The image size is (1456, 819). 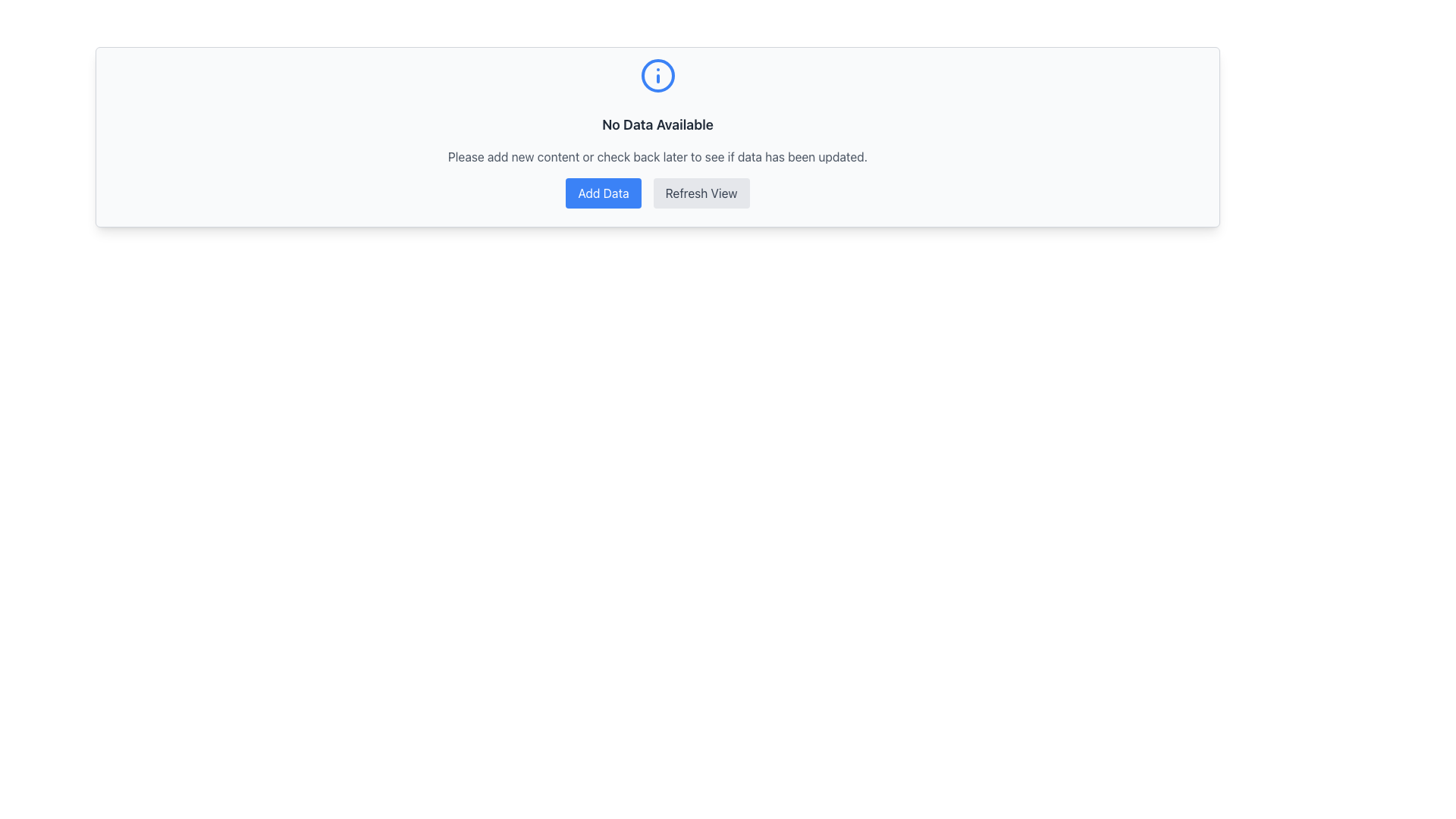 What do you see at coordinates (701, 192) in the screenshot?
I see `the 'Refresh View' button with a light gray background and dark gray text to observe the background color change` at bounding box center [701, 192].